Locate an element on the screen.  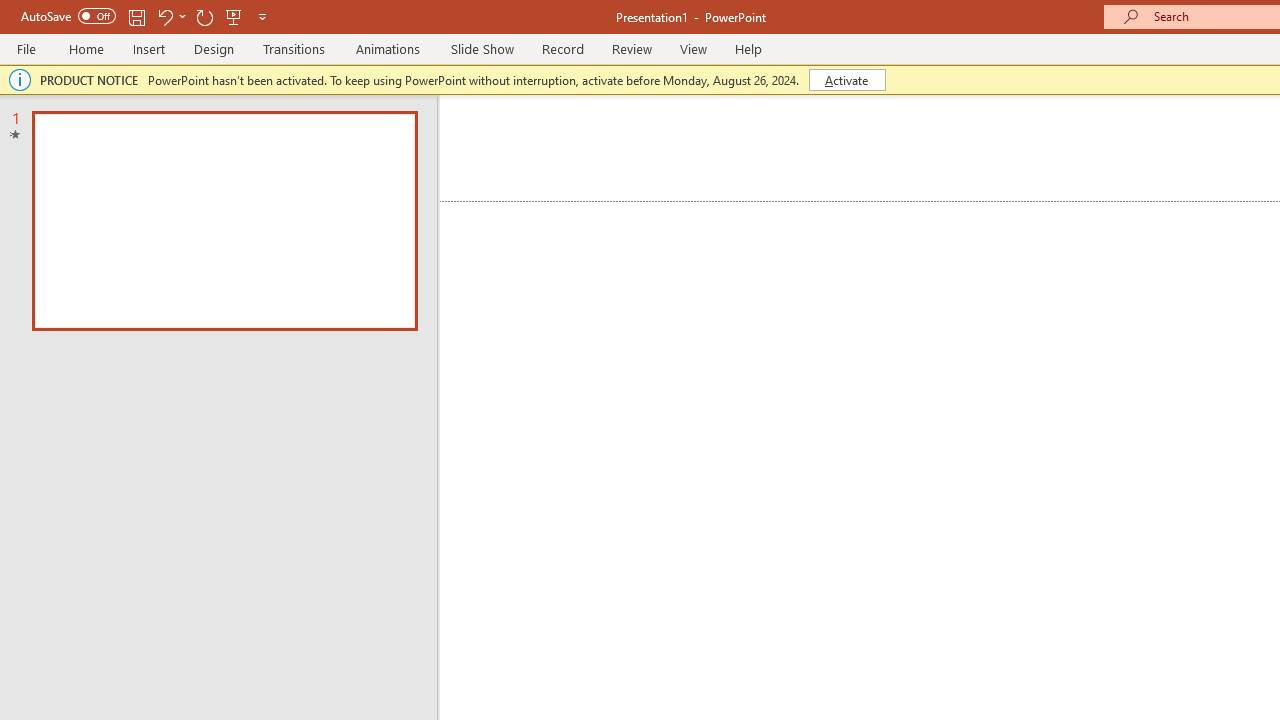
'Activate' is located at coordinates (847, 78).